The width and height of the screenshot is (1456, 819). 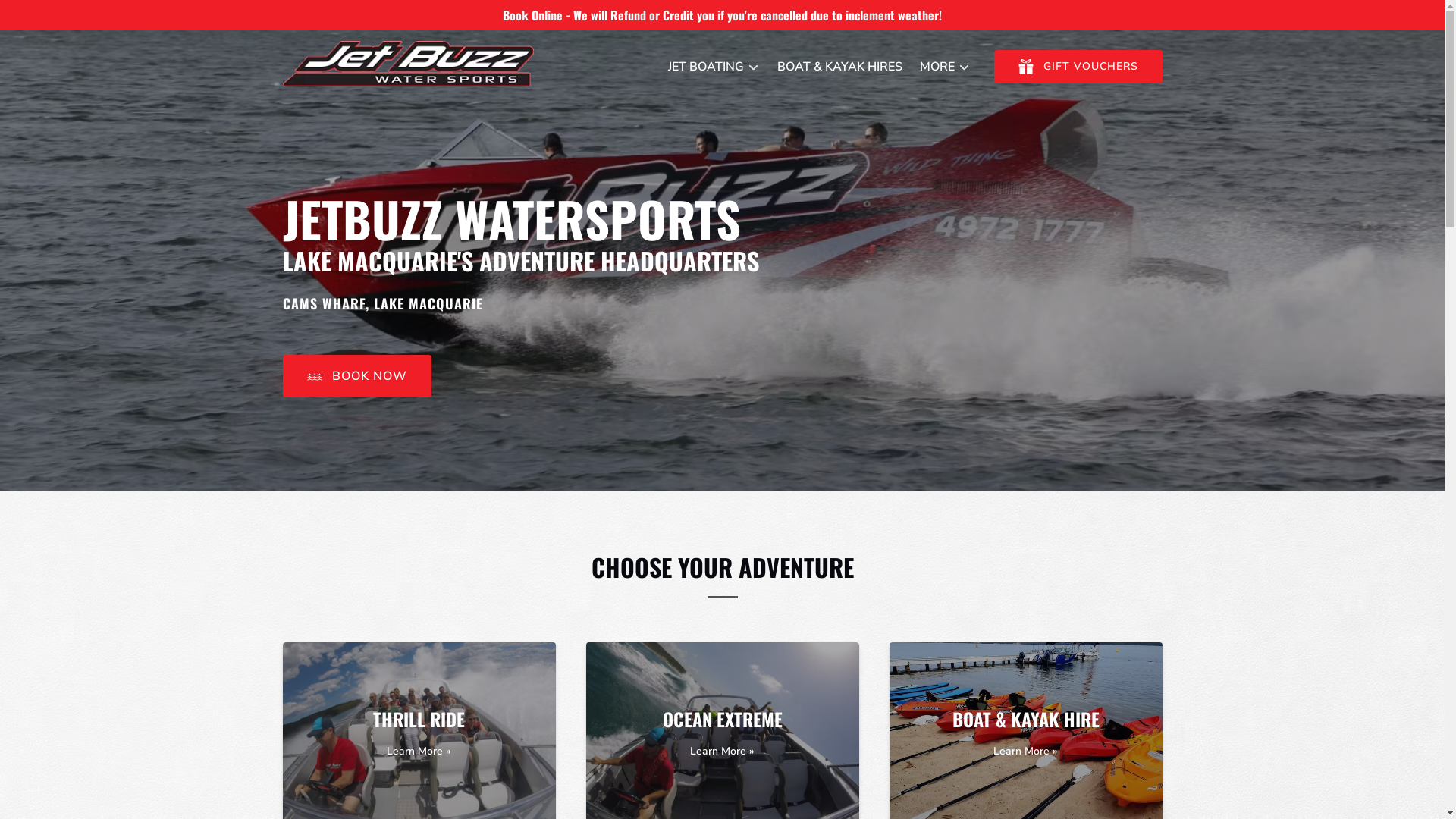 I want to click on 'Skip to content', so click(x=7, y=17).